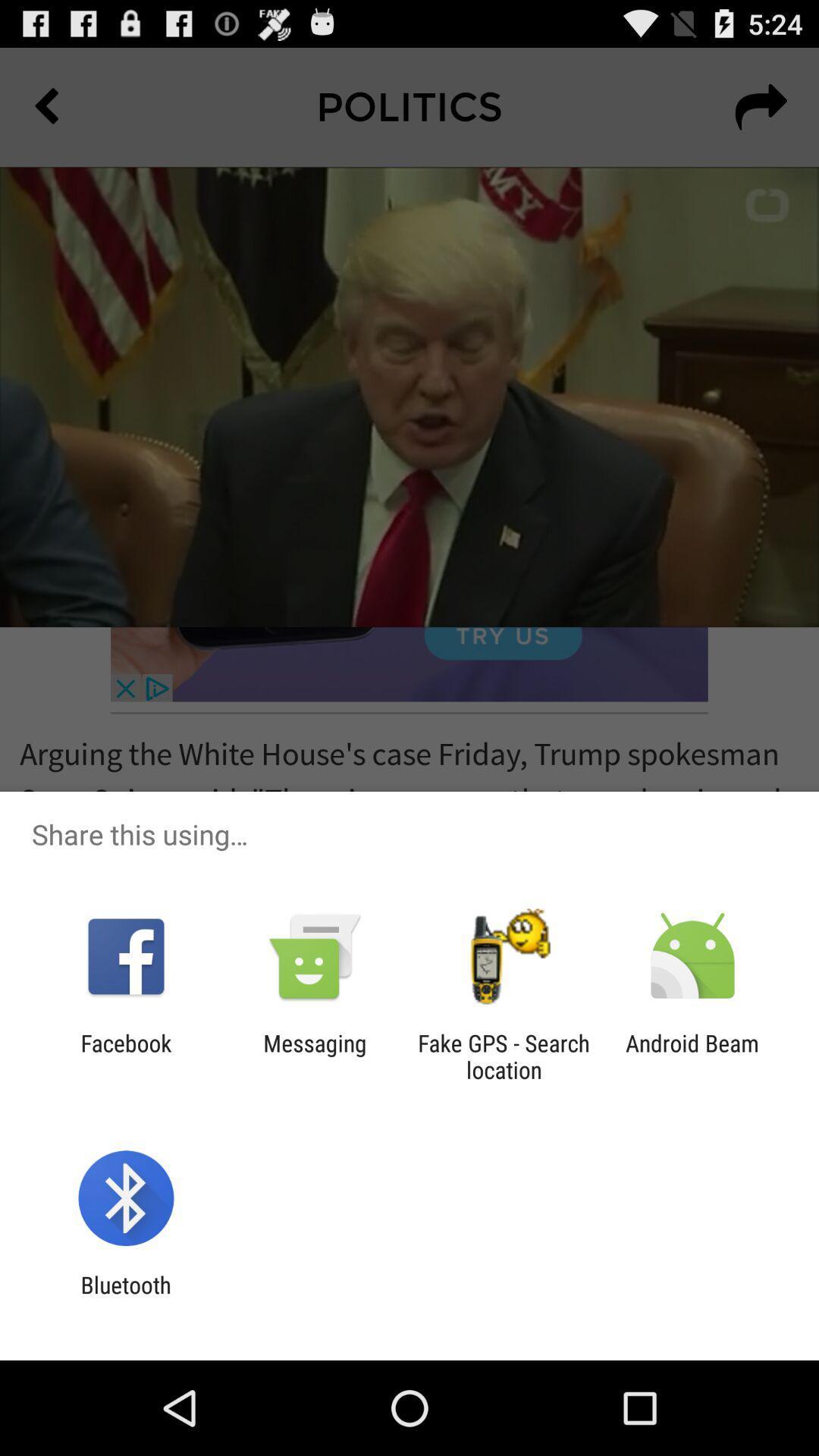 The image size is (819, 1456). I want to click on the messaging icon, so click(314, 1056).